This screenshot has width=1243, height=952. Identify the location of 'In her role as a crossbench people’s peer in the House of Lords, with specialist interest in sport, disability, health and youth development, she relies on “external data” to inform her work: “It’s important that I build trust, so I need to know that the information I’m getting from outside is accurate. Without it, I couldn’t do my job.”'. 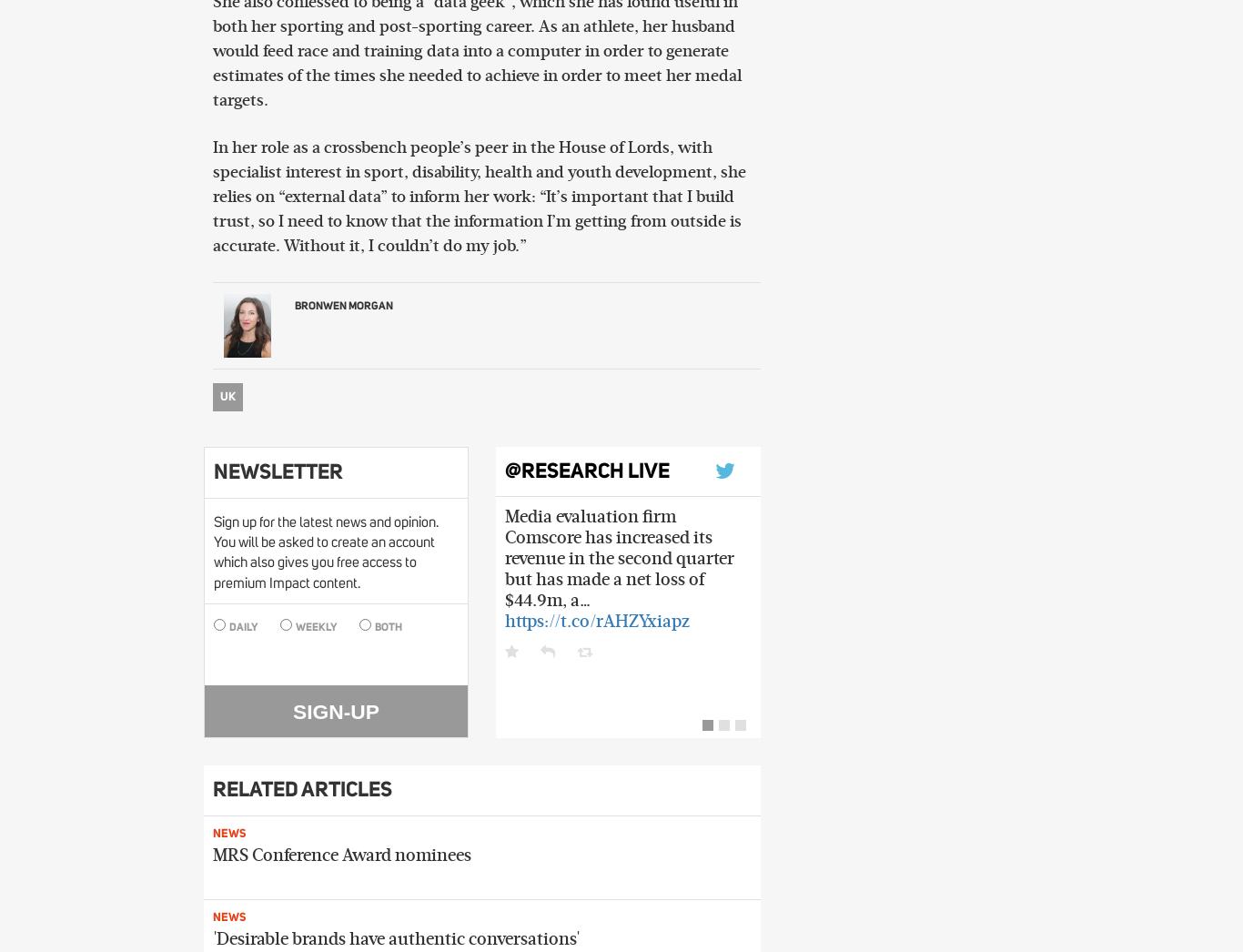
(212, 197).